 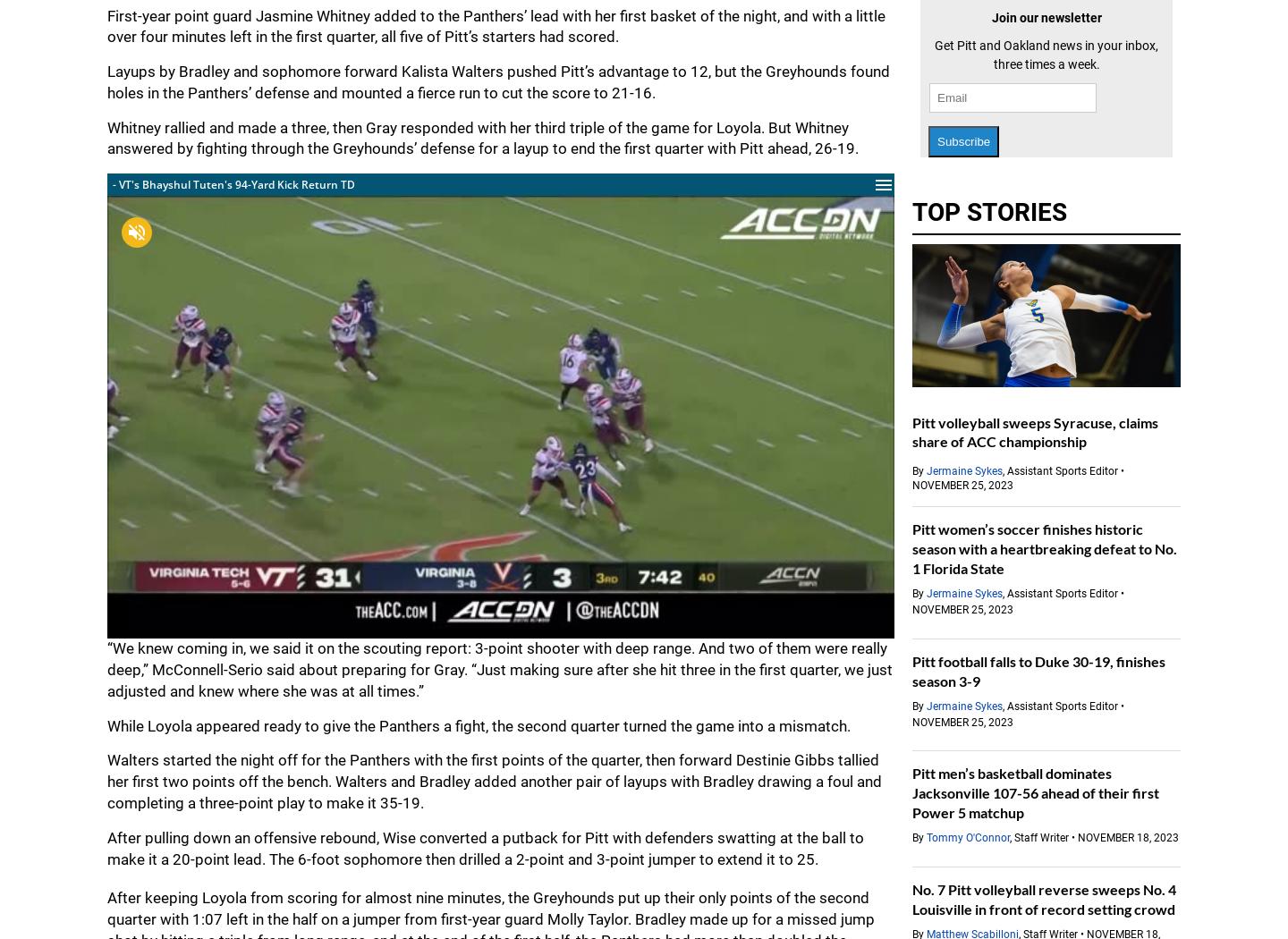 What do you see at coordinates (486, 847) in the screenshot?
I see `'After pulling down an offensive rebound, Wise converted a putback for Pitt with defenders swatting at the ball to make it a 20-point lead. The 6-foot sophomore then drilled a 2-point and 3-point jumper to extend it to 25.'` at bounding box center [486, 847].